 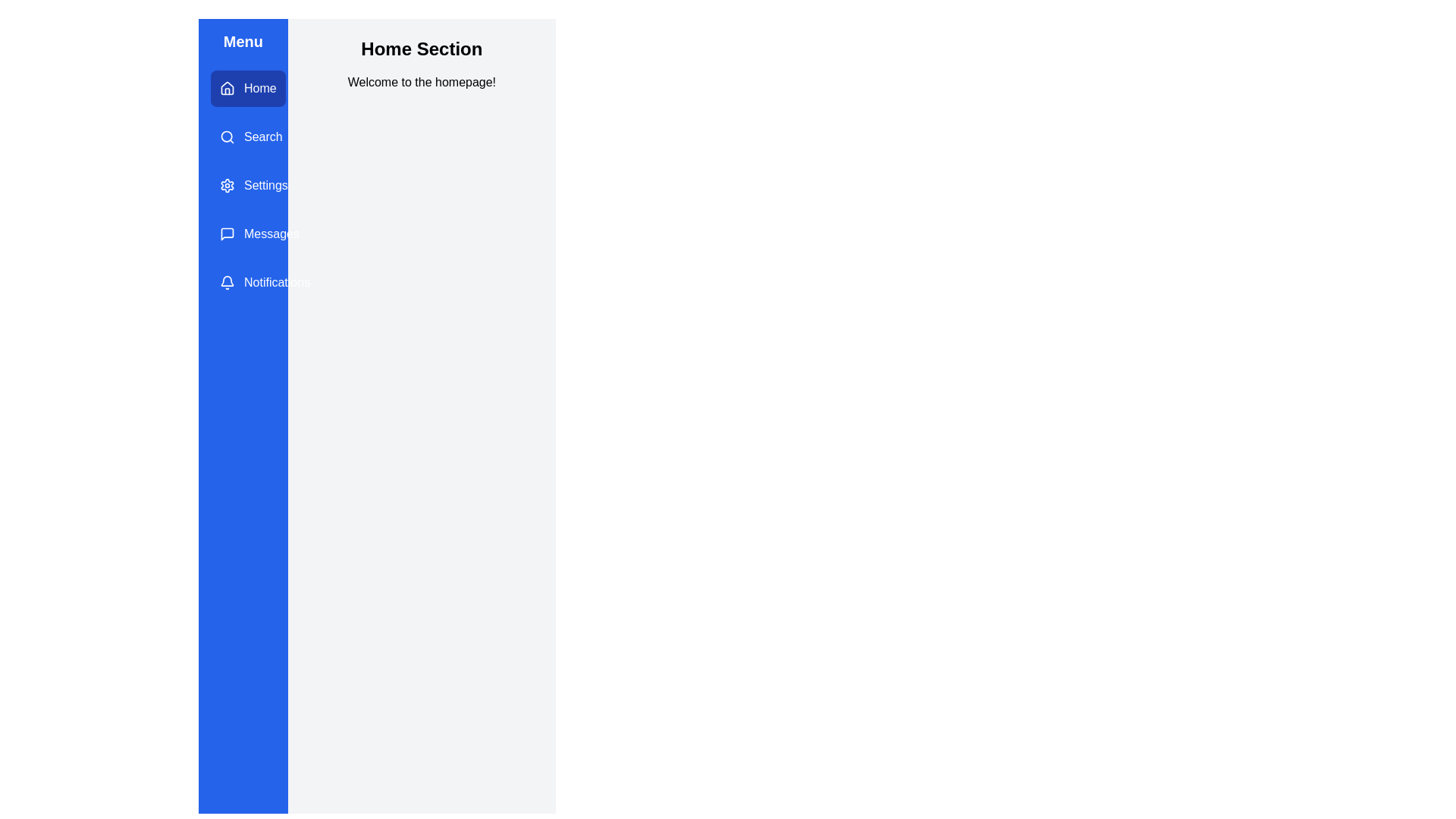 What do you see at coordinates (422, 49) in the screenshot?
I see `'Home Section' header text element, which is displayed in a bold and larger font size, located at the top of the main content area` at bounding box center [422, 49].